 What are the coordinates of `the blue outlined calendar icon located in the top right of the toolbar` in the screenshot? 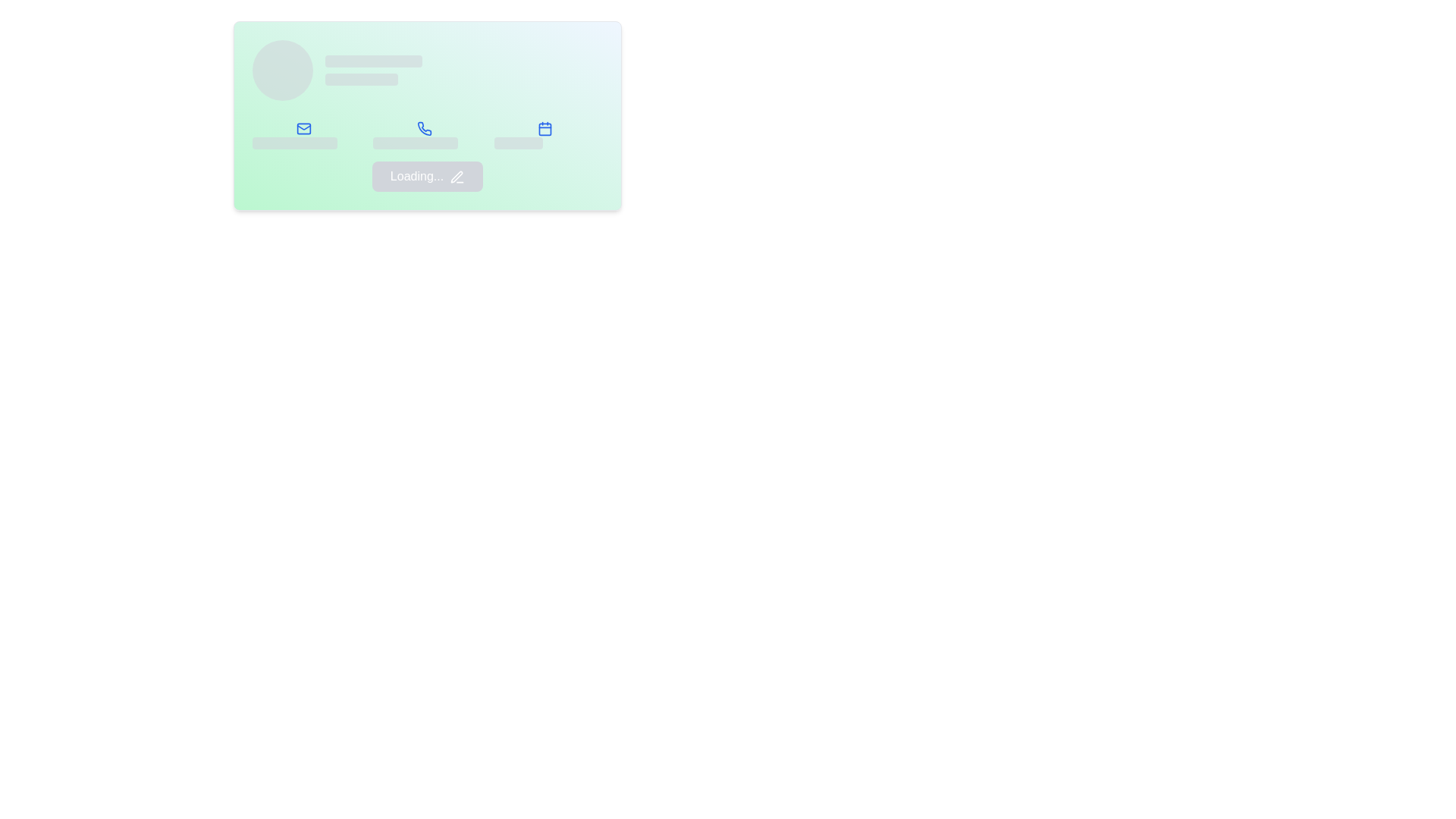 It's located at (545, 127).